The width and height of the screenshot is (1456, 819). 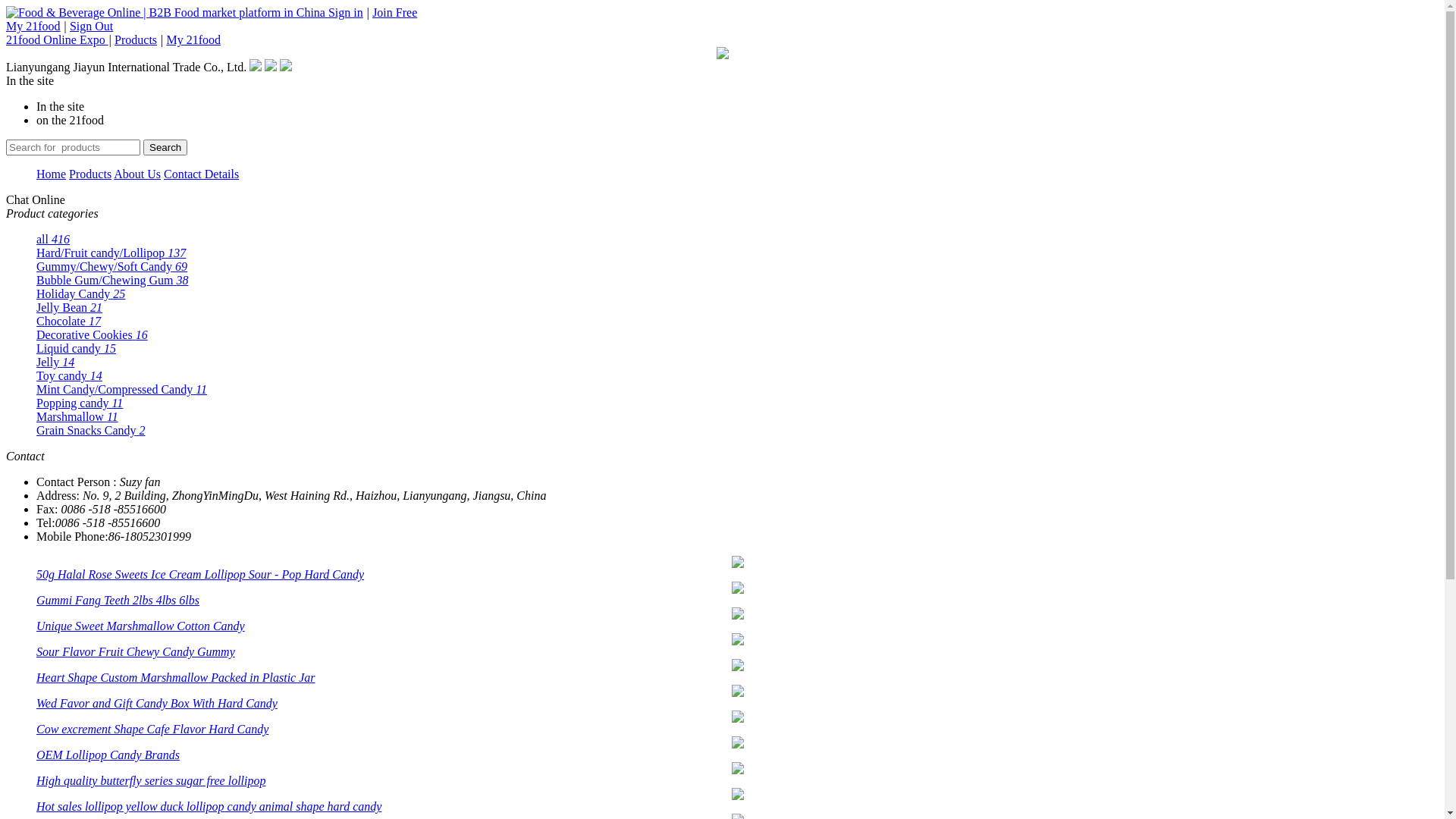 What do you see at coordinates (55, 362) in the screenshot?
I see `'Jelly 14'` at bounding box center [55, 362].